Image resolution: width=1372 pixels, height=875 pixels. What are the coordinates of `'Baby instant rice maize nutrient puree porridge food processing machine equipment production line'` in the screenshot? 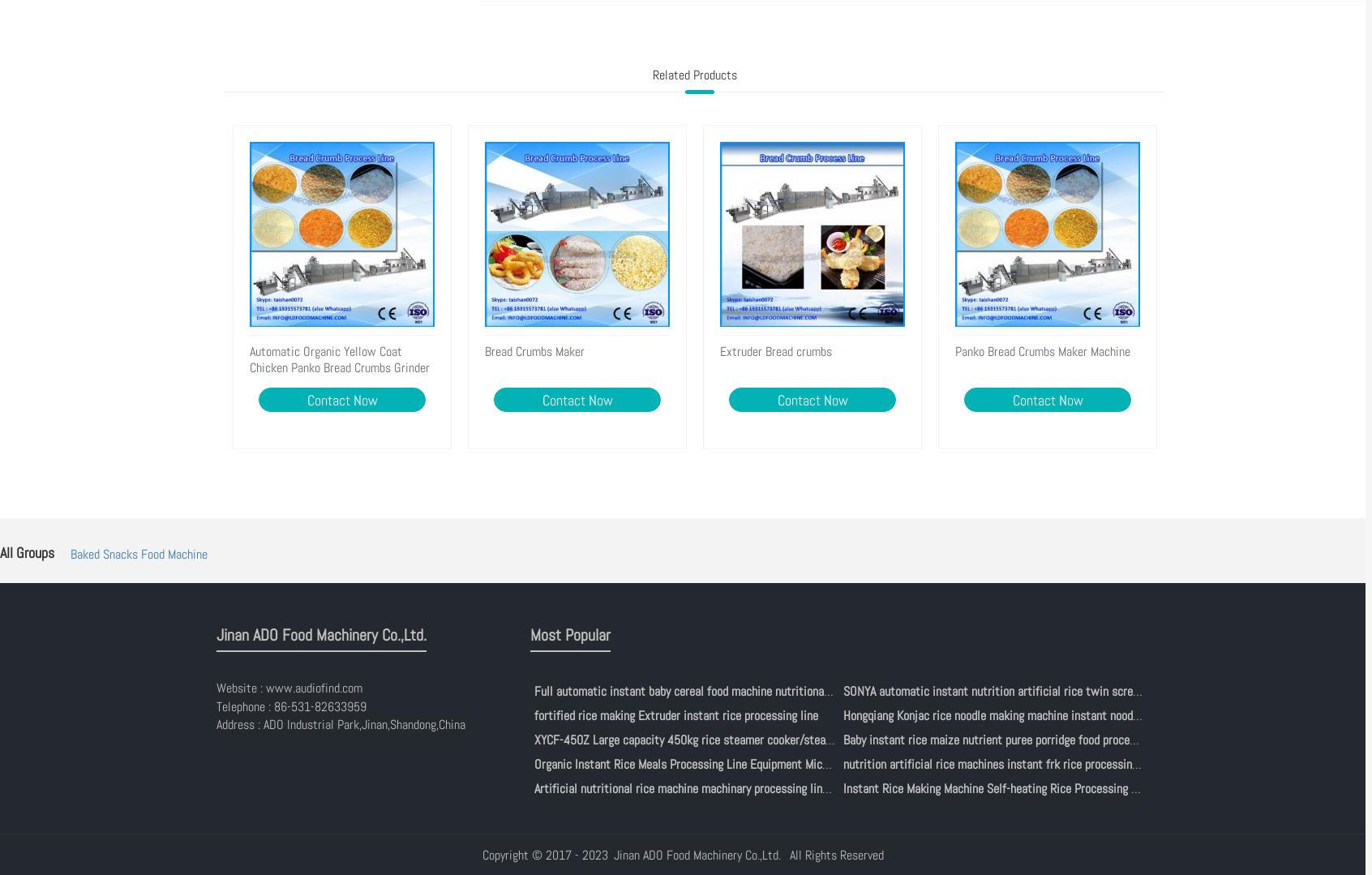 It's located at (842, 738).